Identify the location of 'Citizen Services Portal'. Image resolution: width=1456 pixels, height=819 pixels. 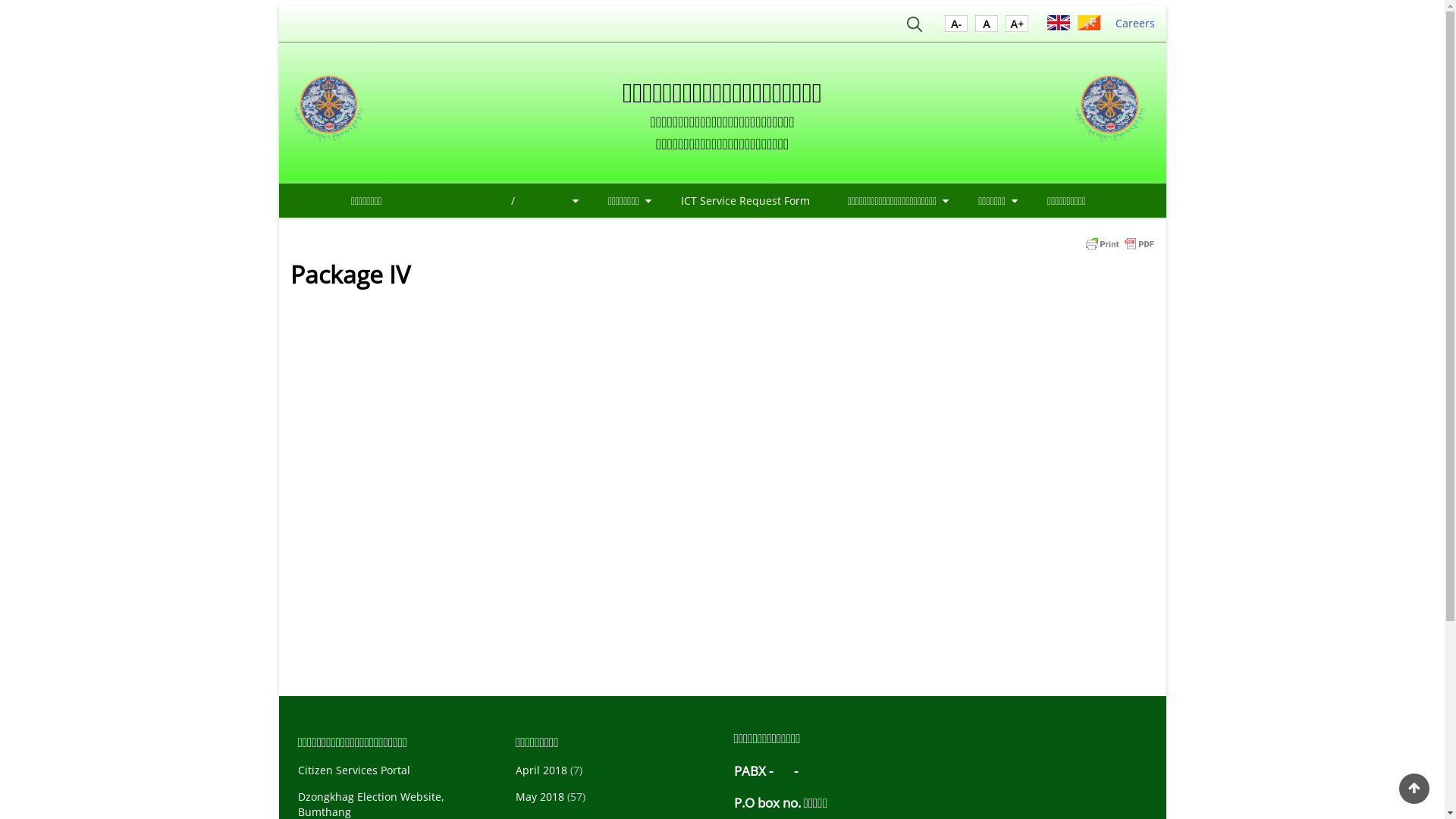
(352, 770).